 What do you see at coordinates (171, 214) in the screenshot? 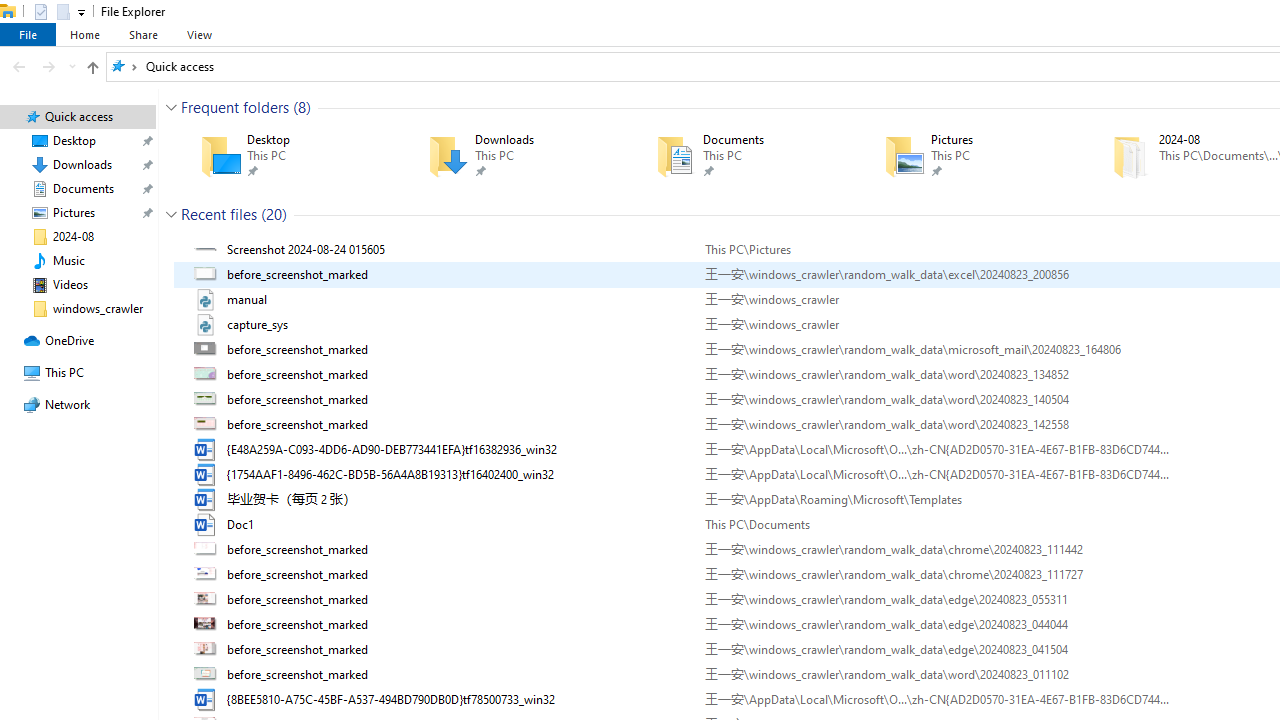
I see `'Collapse Group'` at bounding box center [171, 214].